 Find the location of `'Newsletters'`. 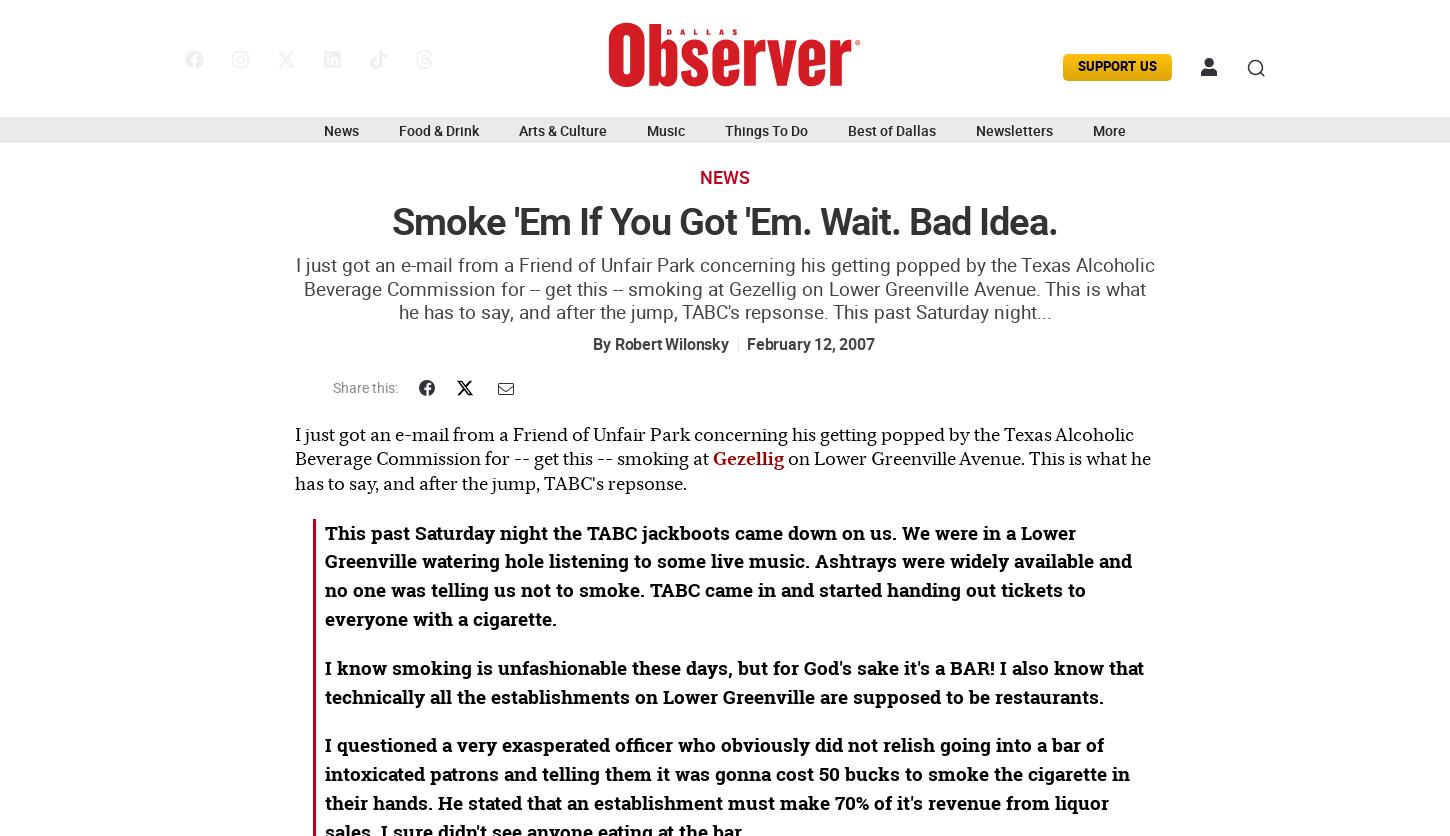

'Newsletters' is located at coordinates (1014, 128).